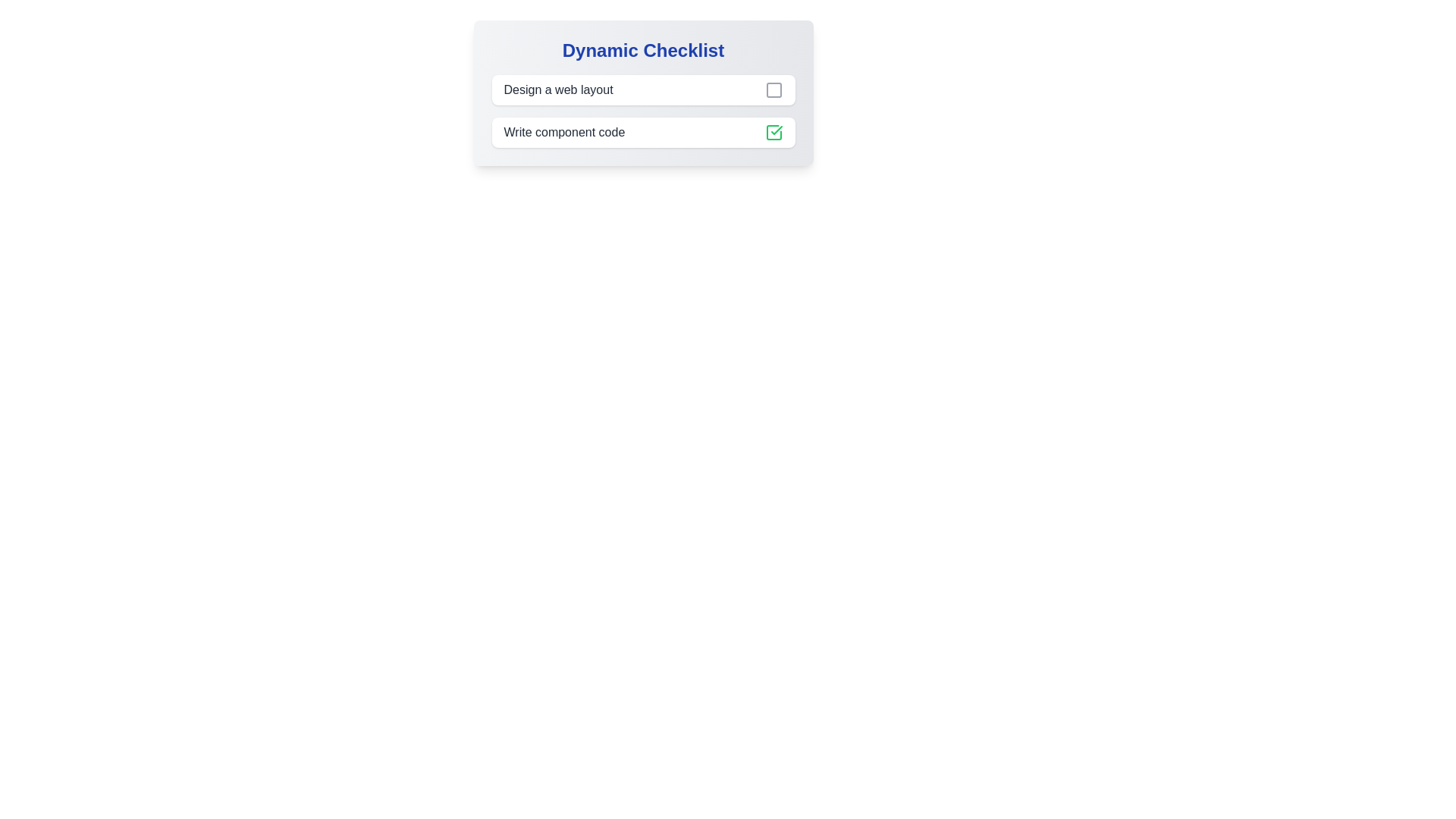  Describe the element at coordinates (643, 93) in the screenshot. I see `item names from the Checklist Component titled 'Dynamic Checklist', which contains labeled items such as 'Design a web layout' and 'Write component code'` at that location.